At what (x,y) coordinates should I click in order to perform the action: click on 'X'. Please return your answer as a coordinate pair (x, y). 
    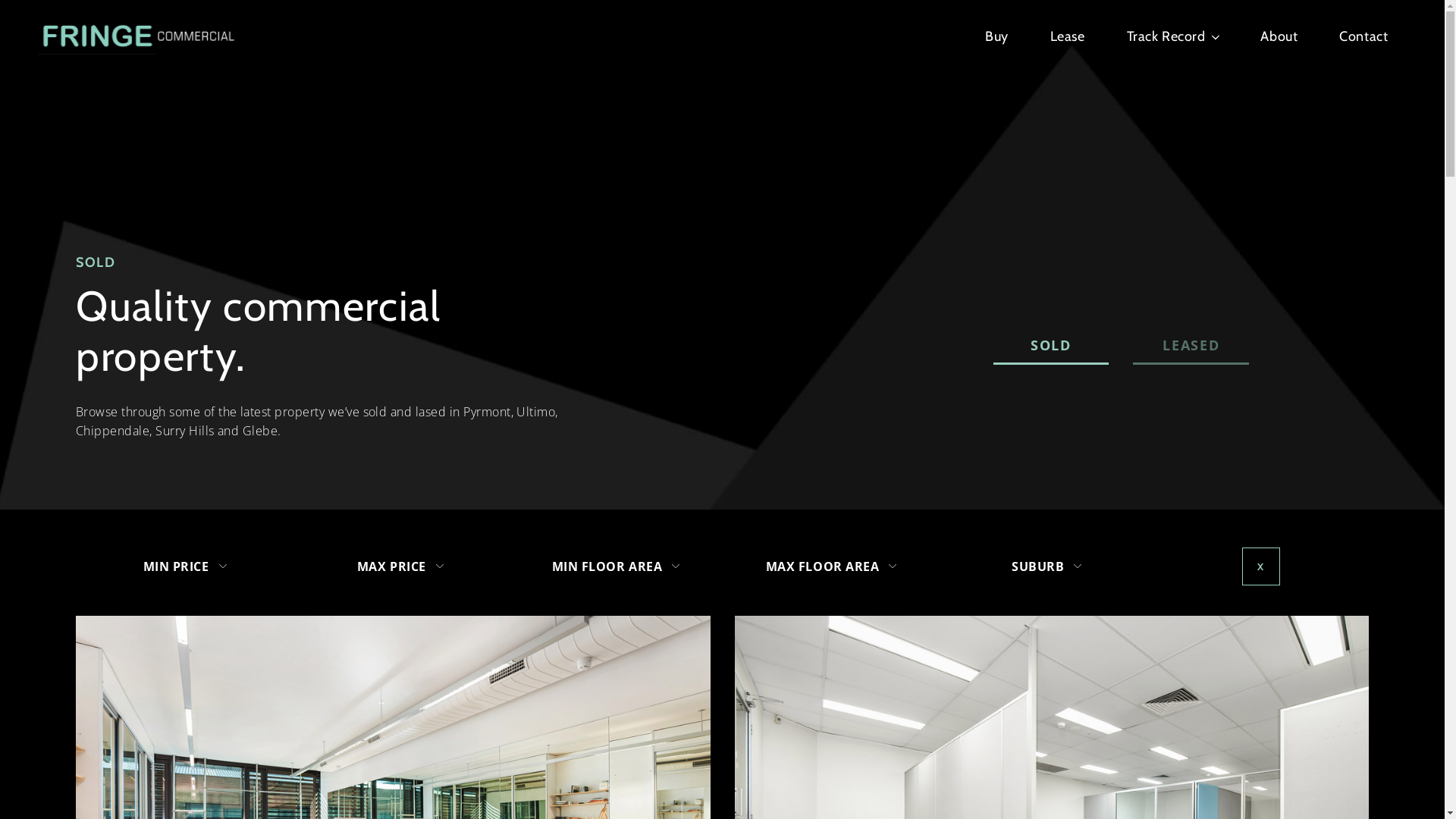
    Looking at the image, I should click on (1260, 566).